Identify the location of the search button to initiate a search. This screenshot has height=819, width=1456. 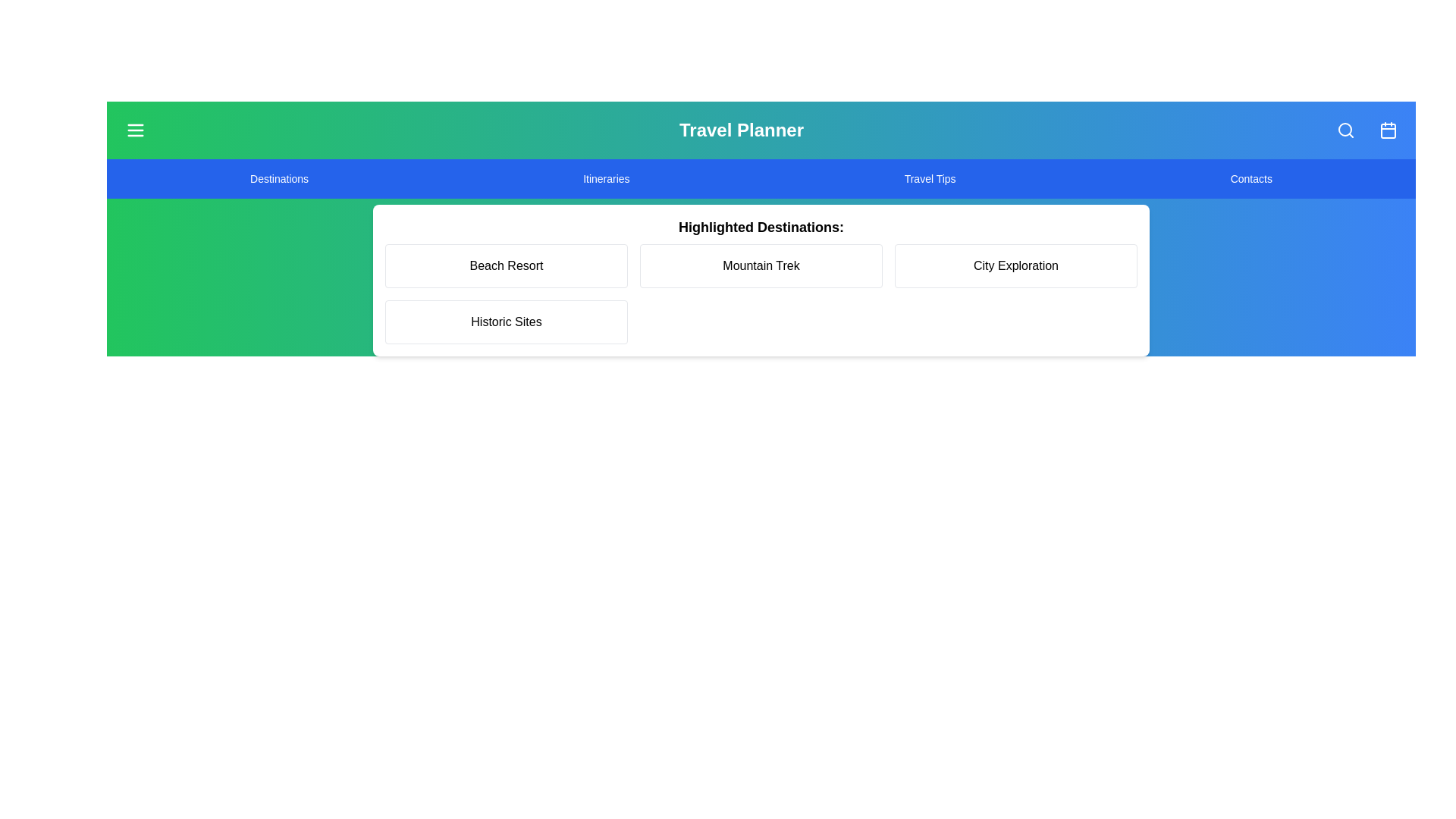
(1346, 130).